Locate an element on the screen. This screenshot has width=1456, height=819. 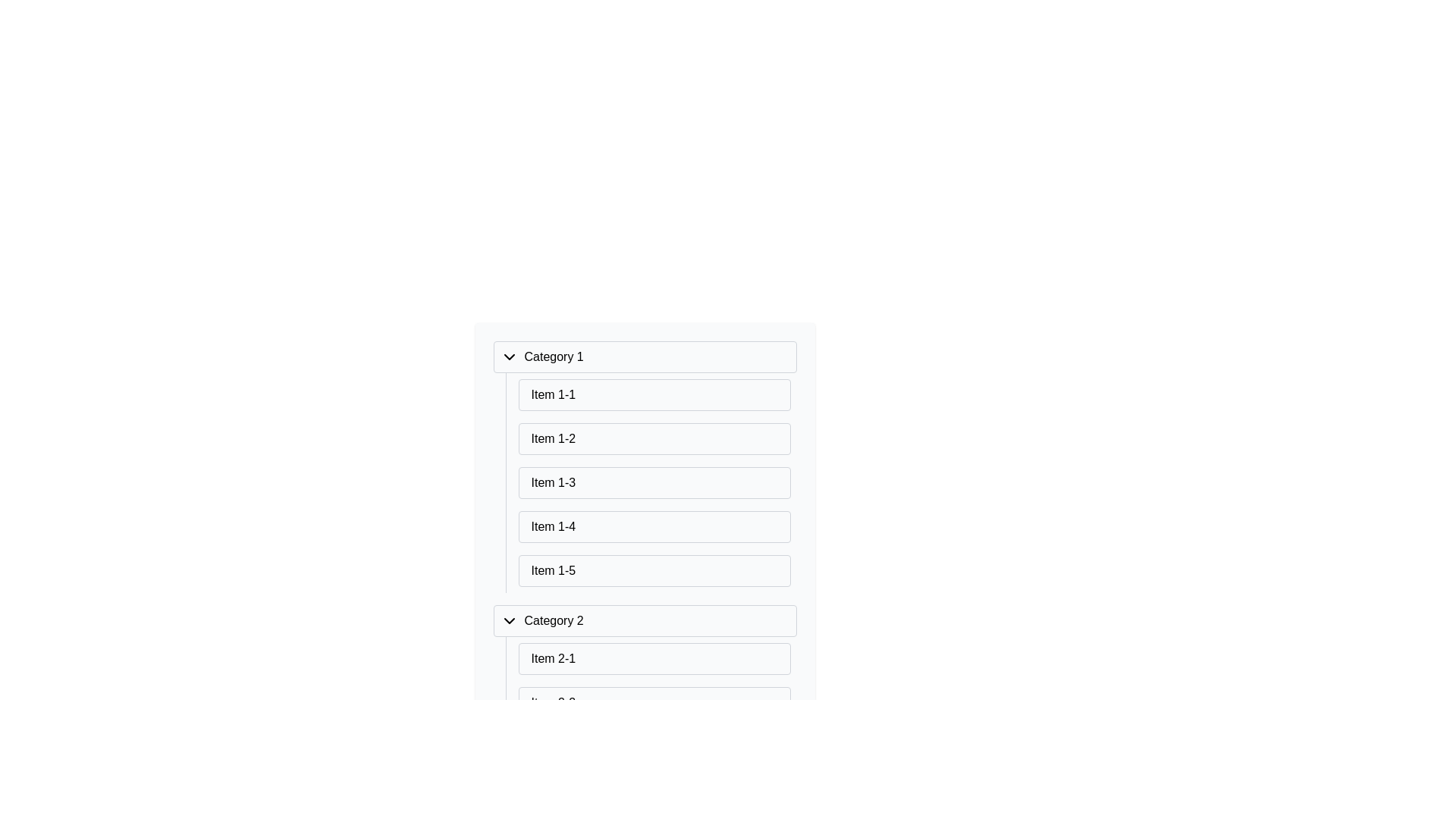
the collapsible section header for 'Category 1' is located at coordinates (645, 356).